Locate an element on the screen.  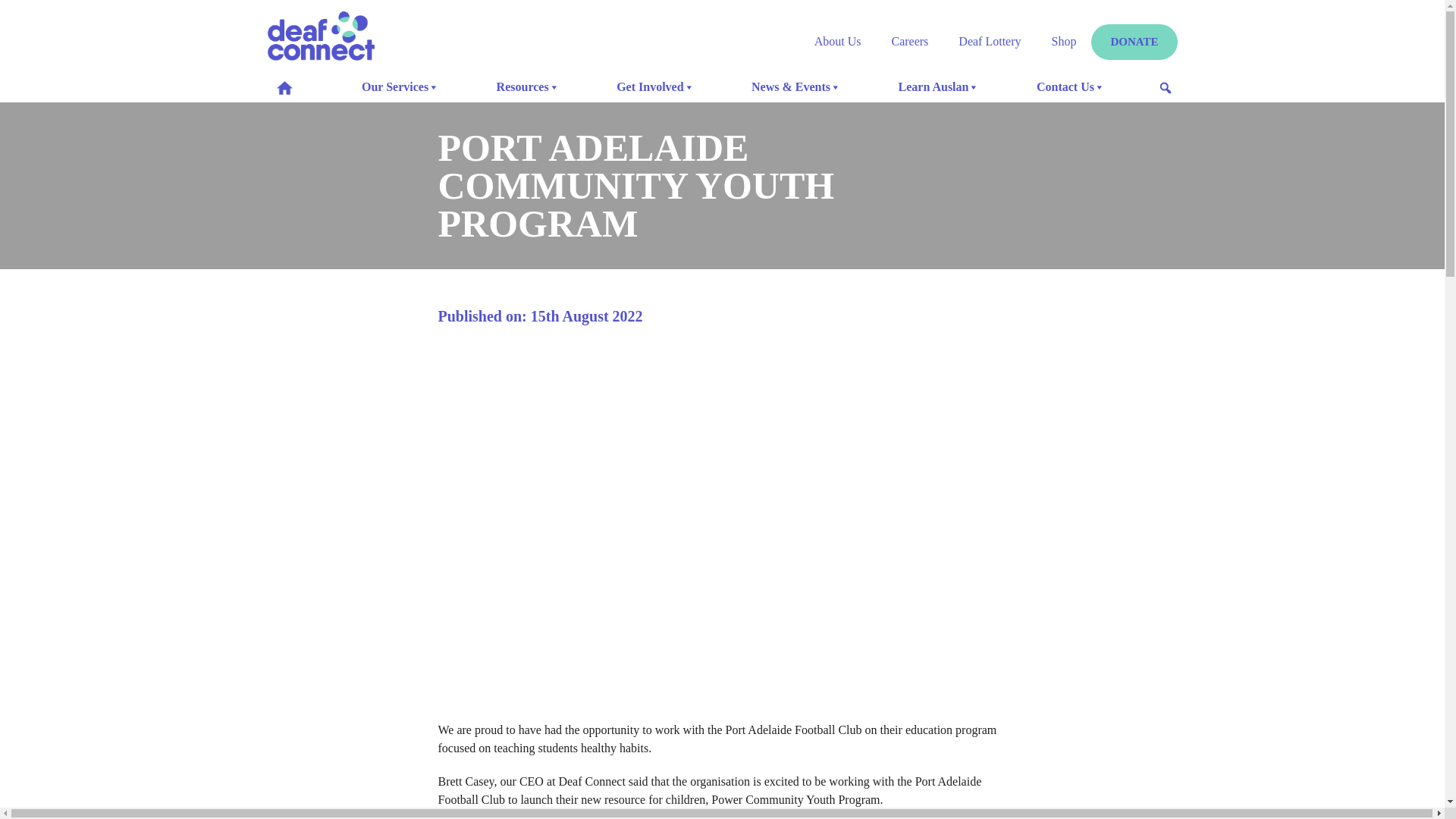
'News & Events' is located at coordinates (743, 87).